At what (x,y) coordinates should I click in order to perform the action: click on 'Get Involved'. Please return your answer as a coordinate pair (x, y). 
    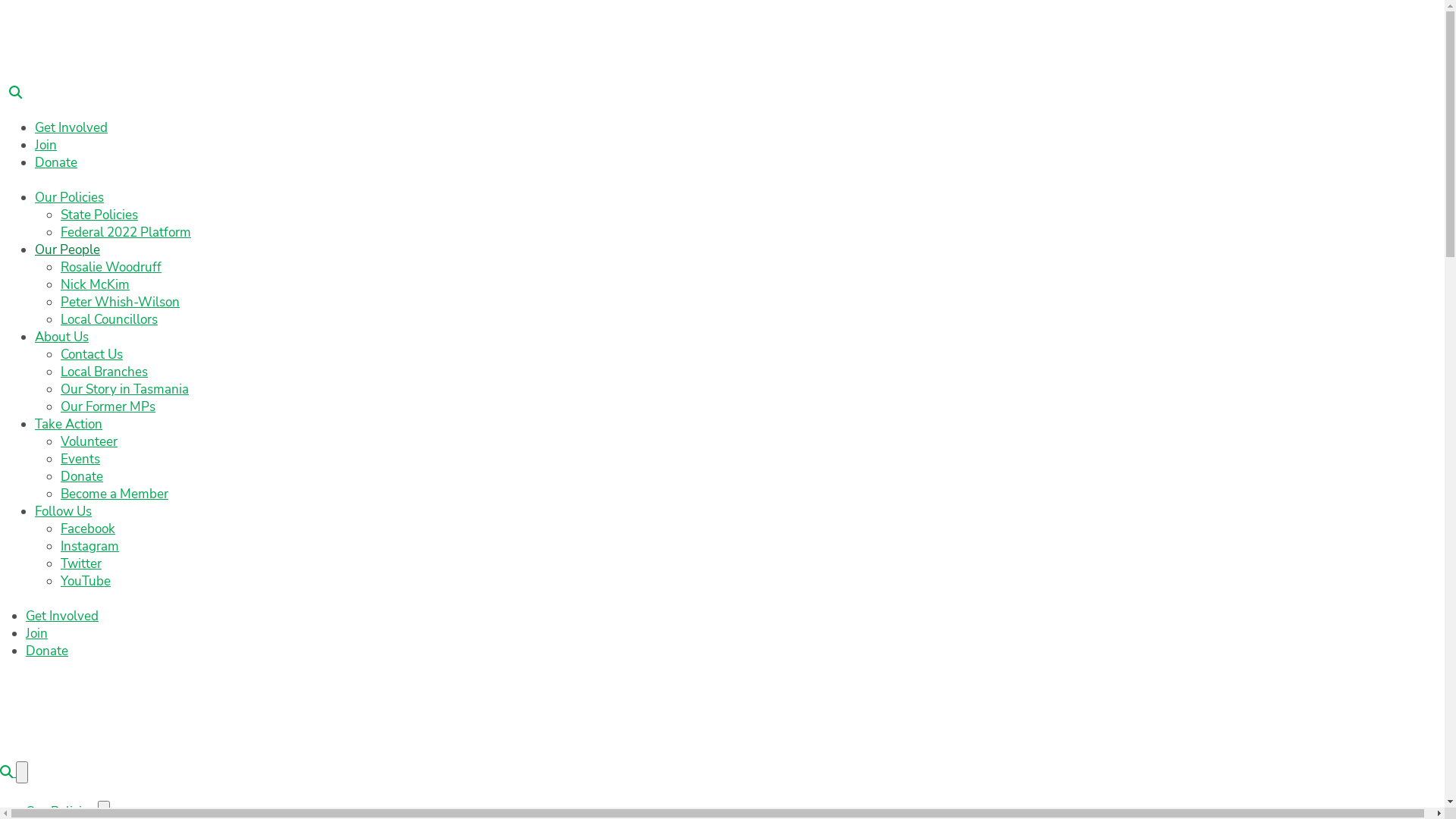
    Looking at the image, I should click on (61, 616).